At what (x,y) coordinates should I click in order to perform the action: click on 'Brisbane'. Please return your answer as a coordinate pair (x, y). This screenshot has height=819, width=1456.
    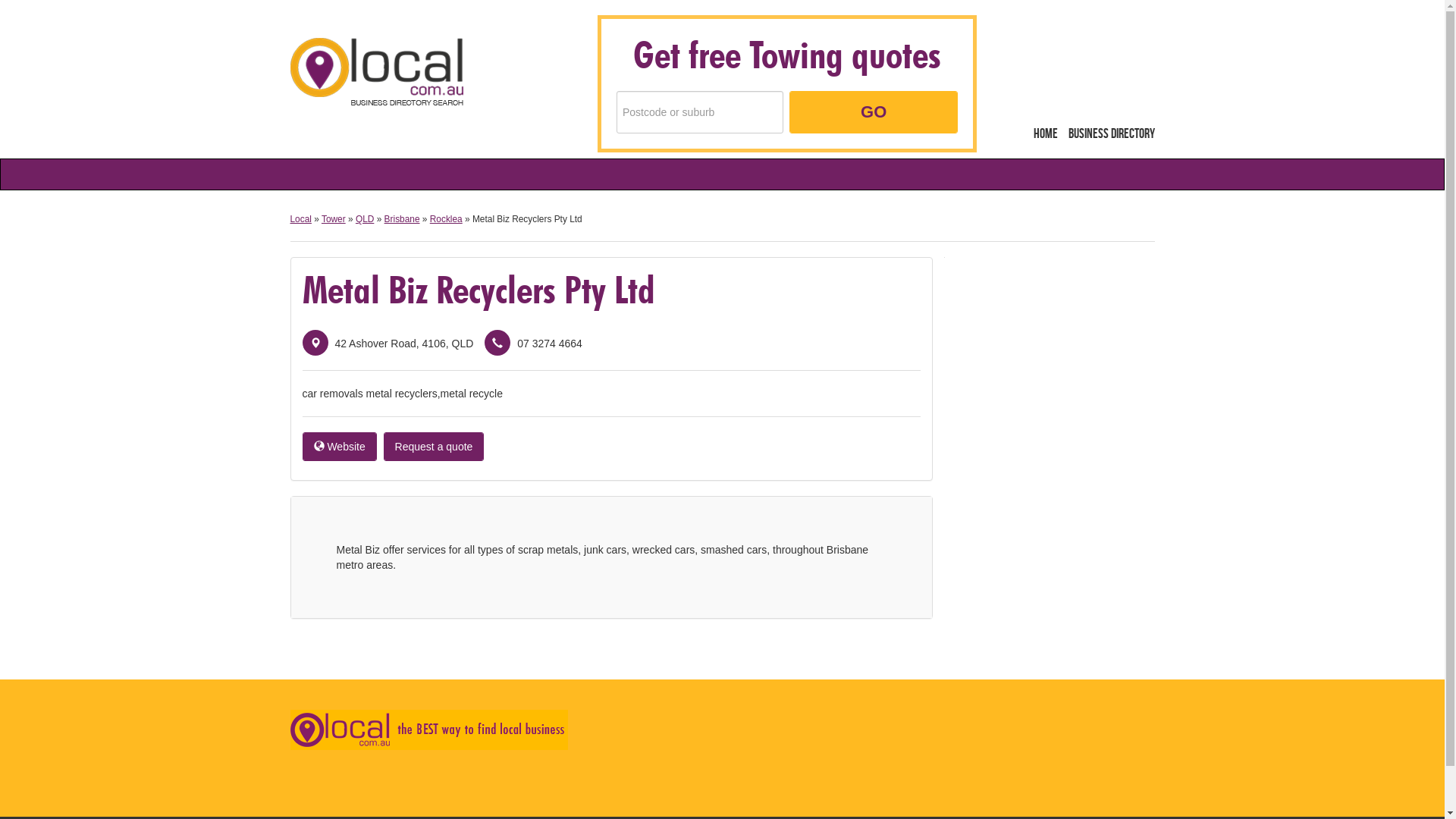
    Looking at the image, I should click on (384, 219).